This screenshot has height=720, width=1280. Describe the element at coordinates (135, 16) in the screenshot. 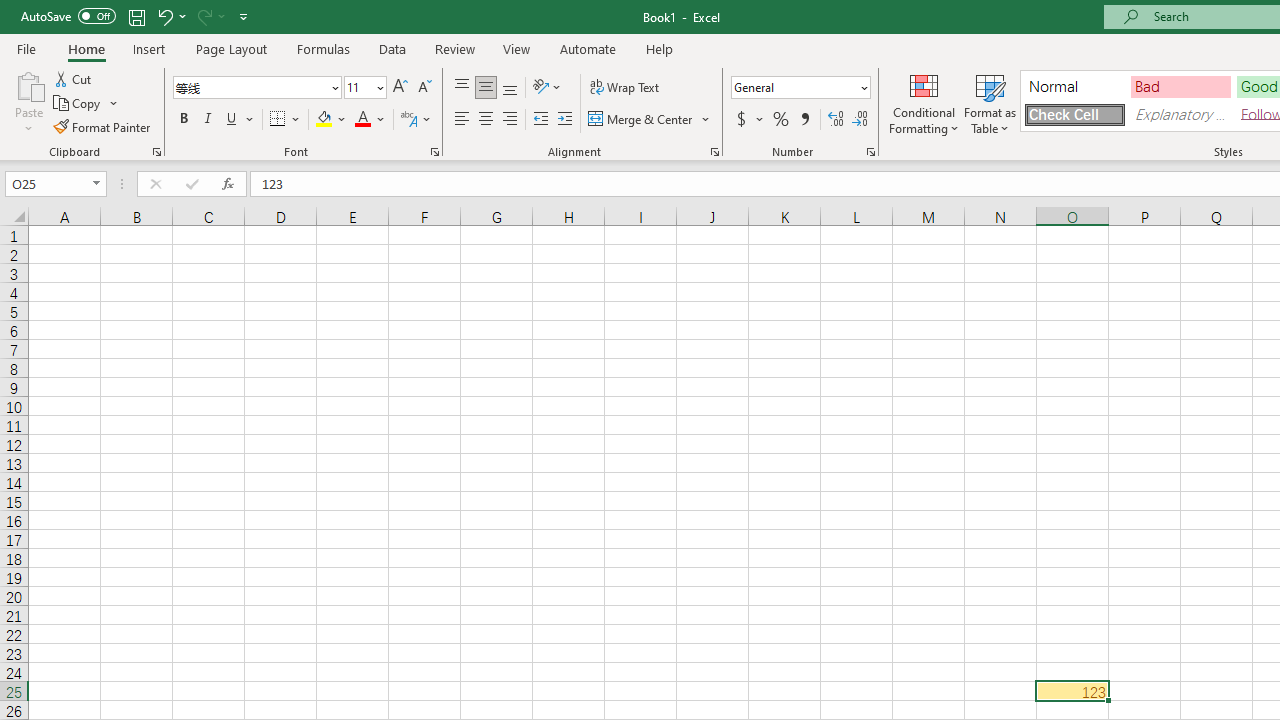

I see `'Save'` at that location.